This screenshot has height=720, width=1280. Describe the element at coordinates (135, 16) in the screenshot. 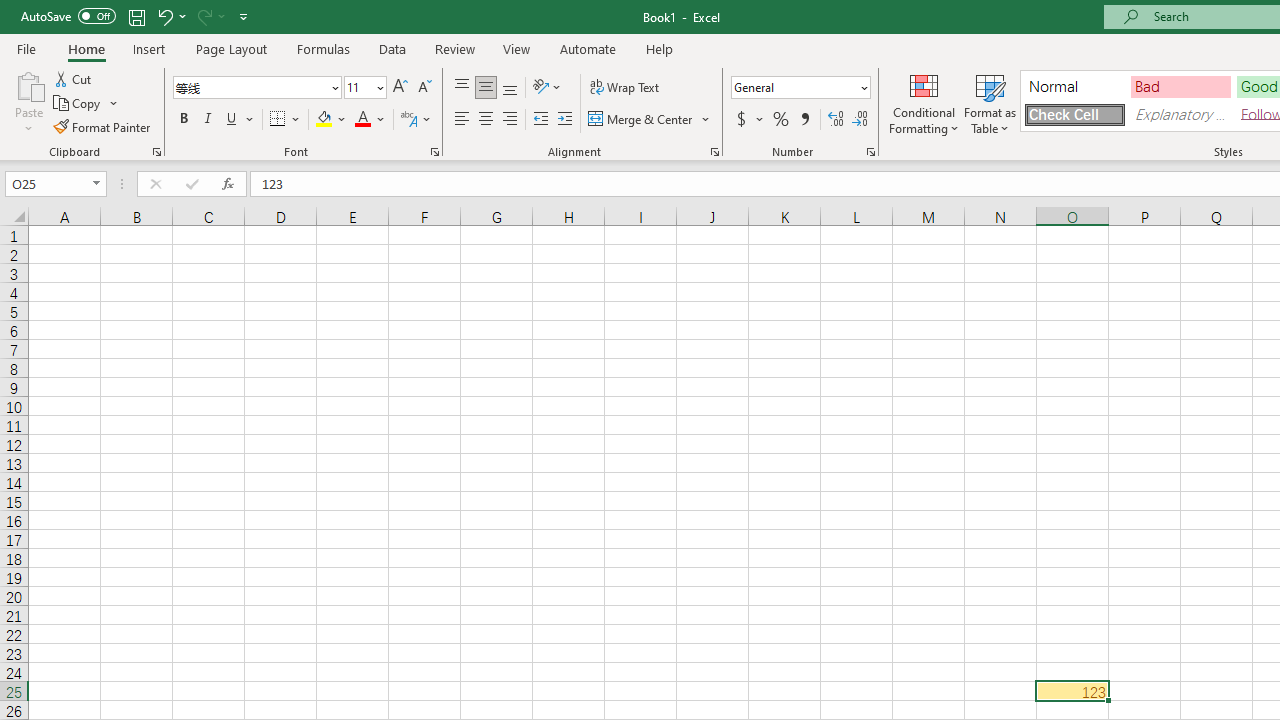

I see `'Save'` at that location.